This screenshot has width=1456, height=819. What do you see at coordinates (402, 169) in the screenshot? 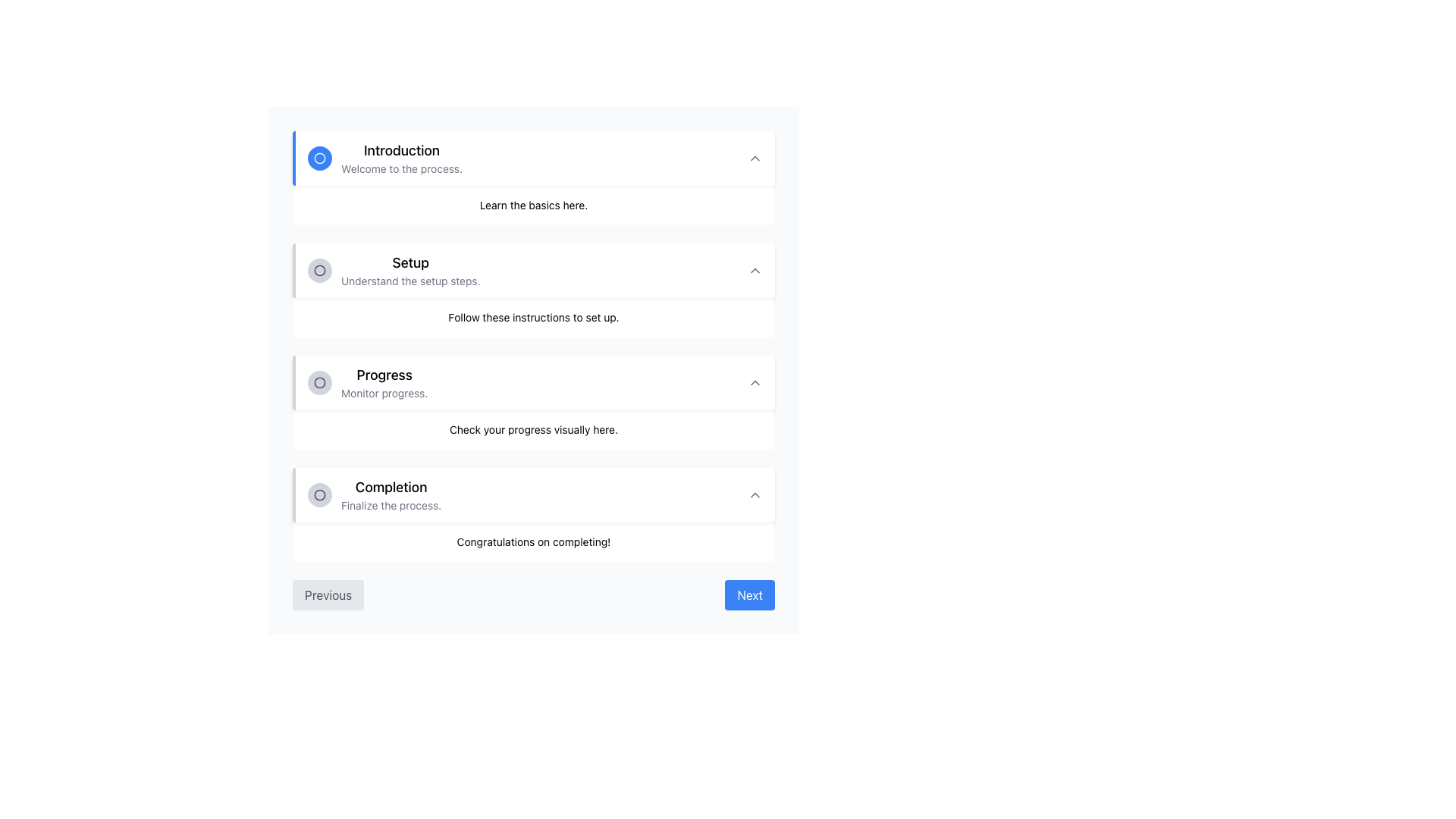
I see `the Text Label located directly below the 'Introduction' heading in the first section of the interface, aligned with the left side of the section` at bounding box center [402, 169].